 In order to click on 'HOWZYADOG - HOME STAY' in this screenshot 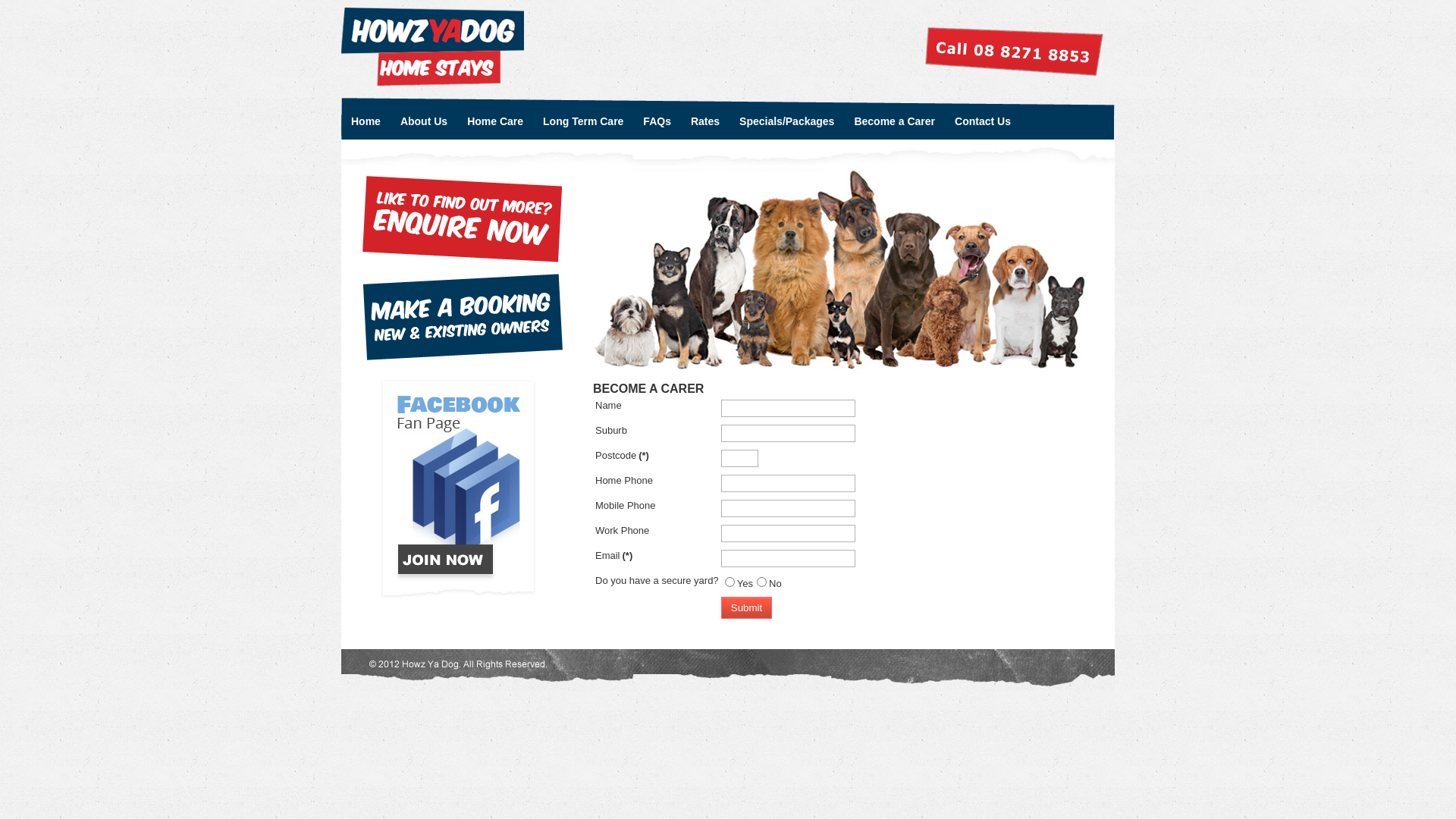, I will do `click(431, 45)`.